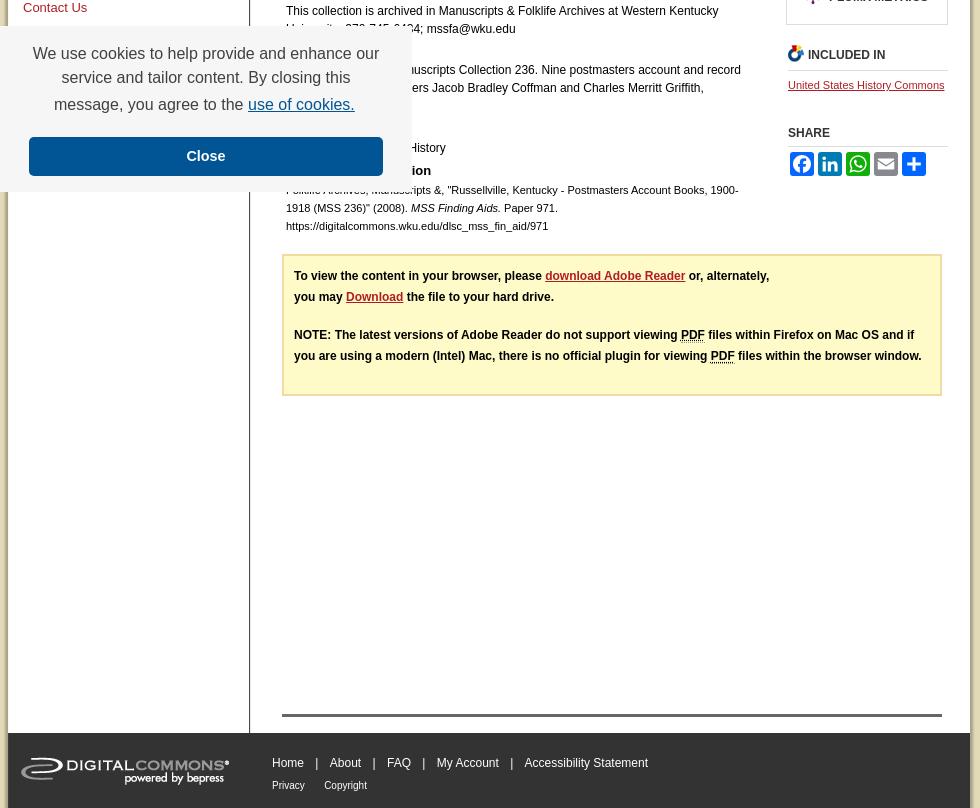 This screenshot has width=980, height=808. Describe the element at coordinates (319, 127) in the screenshot. I see `'Disciplines'` at that location.